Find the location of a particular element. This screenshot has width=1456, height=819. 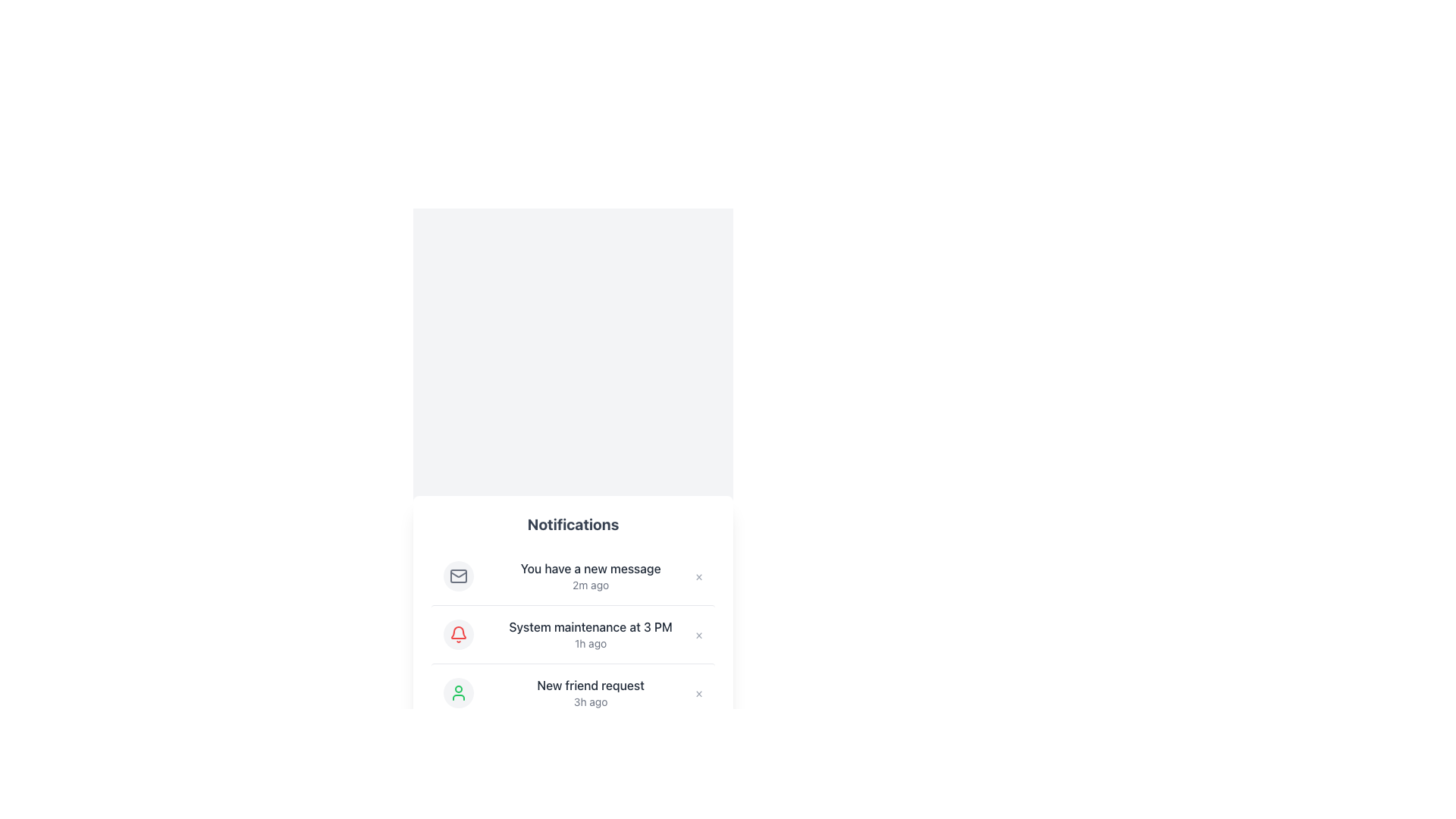

the red circular bell icon, which is the second notification item in the list titled 'System maintenance at 3 PM' is located at coordinates (457, 635).